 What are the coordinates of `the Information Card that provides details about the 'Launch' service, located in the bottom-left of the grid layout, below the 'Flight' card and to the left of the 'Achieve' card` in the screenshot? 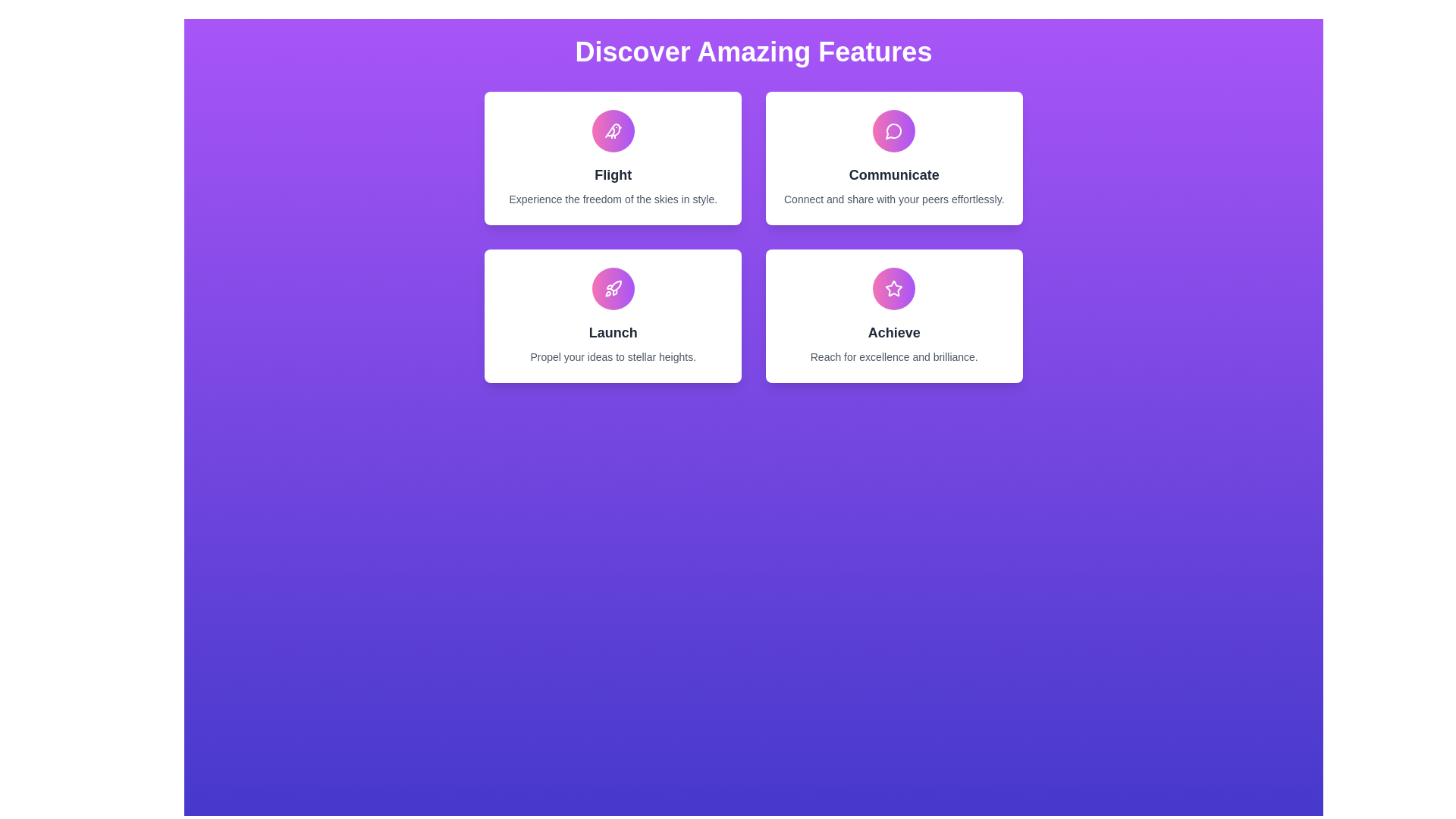 It's located at (613, 315).